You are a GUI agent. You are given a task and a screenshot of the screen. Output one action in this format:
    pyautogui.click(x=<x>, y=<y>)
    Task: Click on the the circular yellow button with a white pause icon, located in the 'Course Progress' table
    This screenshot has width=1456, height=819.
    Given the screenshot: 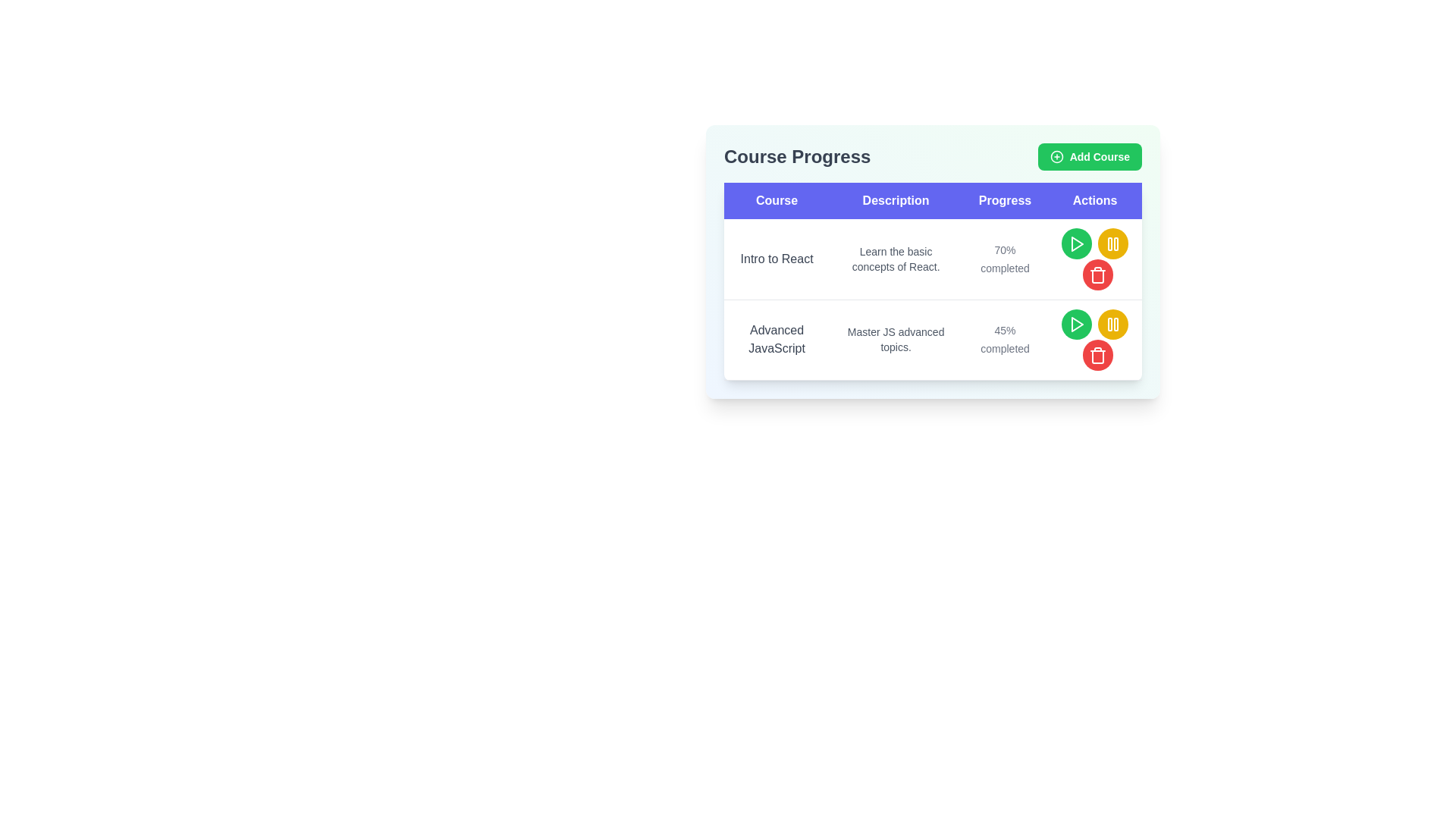 What is the action you would take?
    pyautogui.click(x=1113, y=323)
    